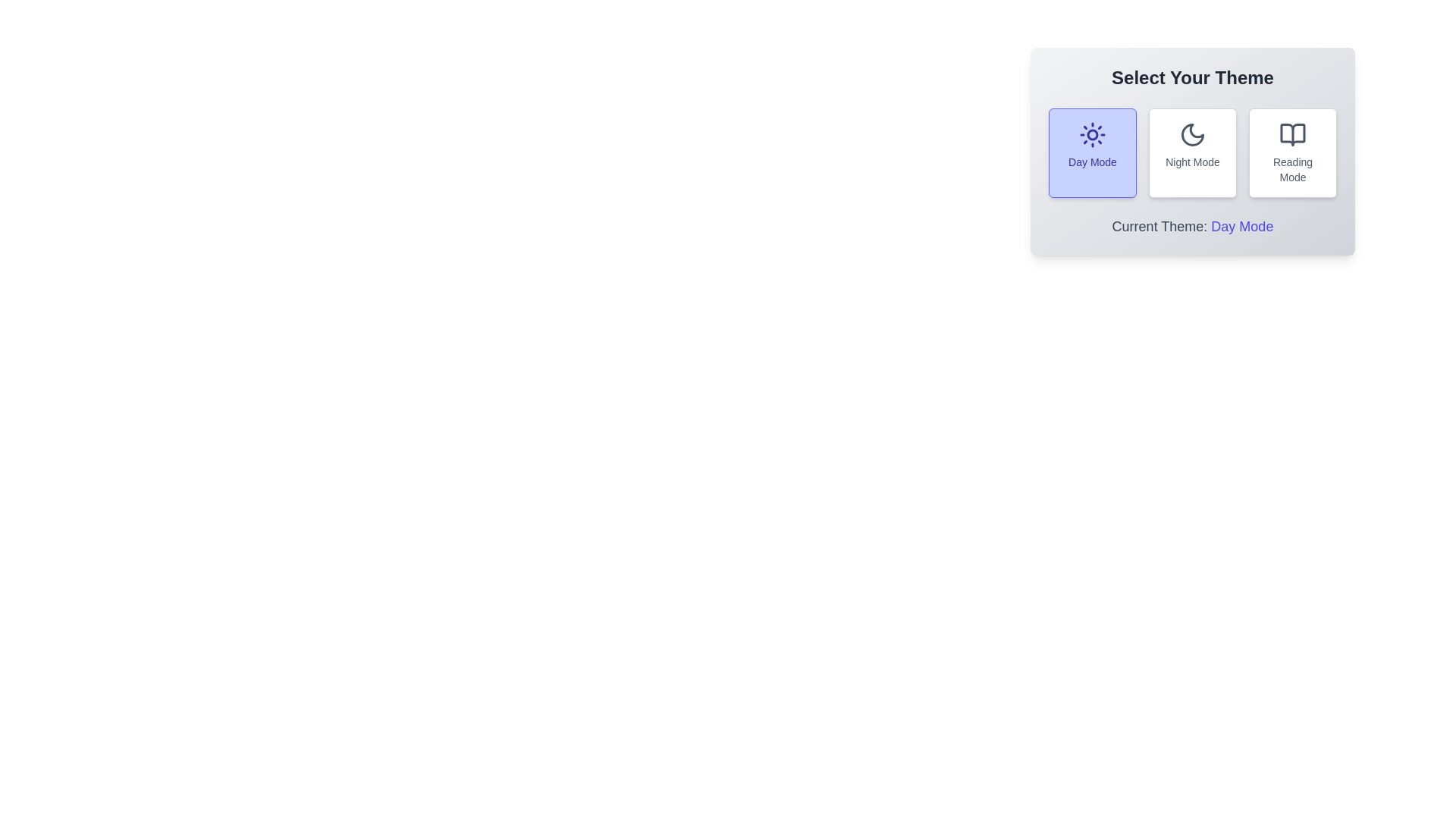 This screenshot has width=1456, height=819. What do you see at coordinates (1291, 152) in the screenshot?
I see `the button corresponding to Reading mode` at bounding box center [1291, 152].